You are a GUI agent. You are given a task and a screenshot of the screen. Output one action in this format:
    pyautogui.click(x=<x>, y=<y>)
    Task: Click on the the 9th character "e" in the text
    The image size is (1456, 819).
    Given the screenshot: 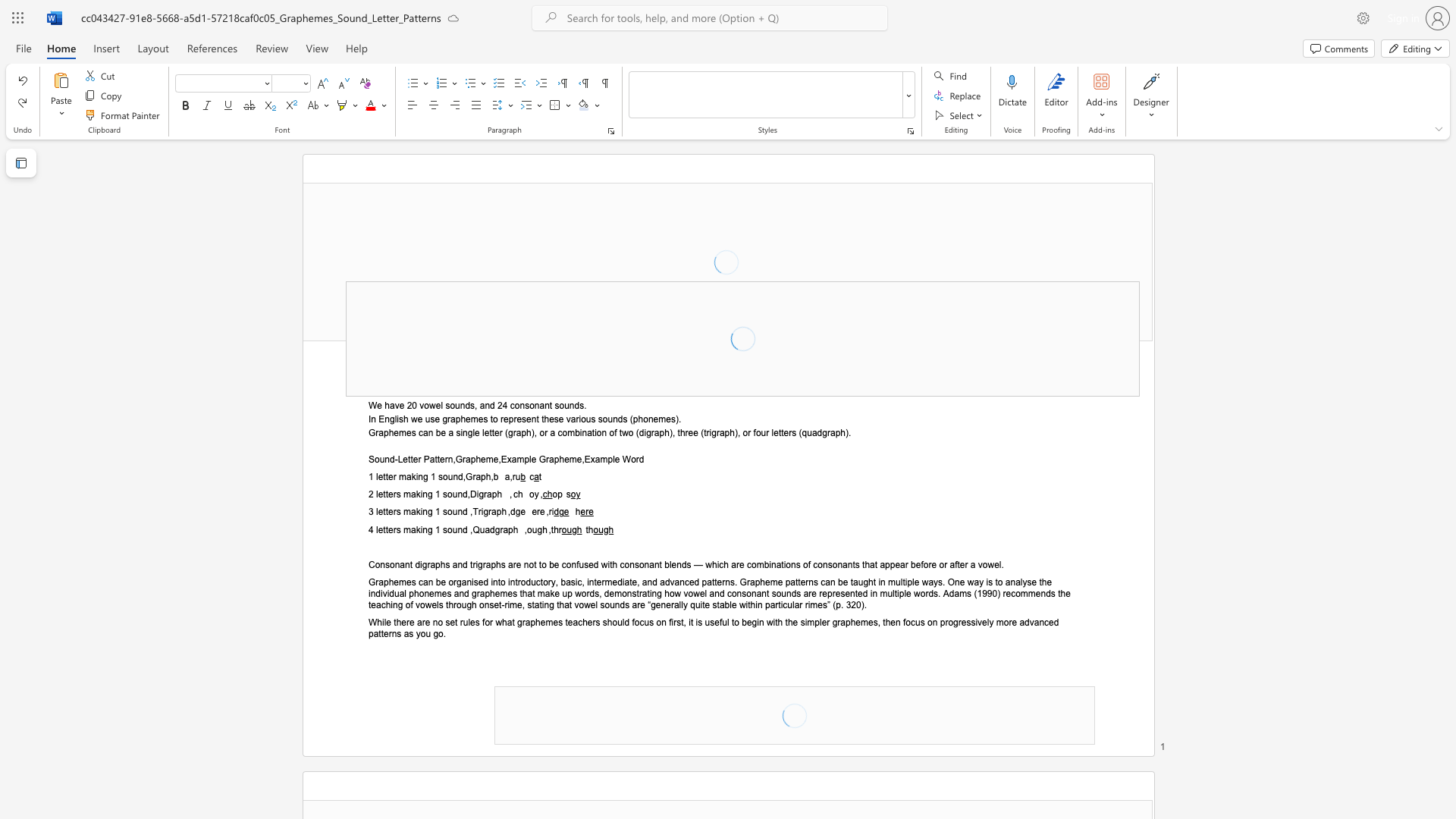 What is the action you would take?
    pyautogui.click(x=560, y=419)
    